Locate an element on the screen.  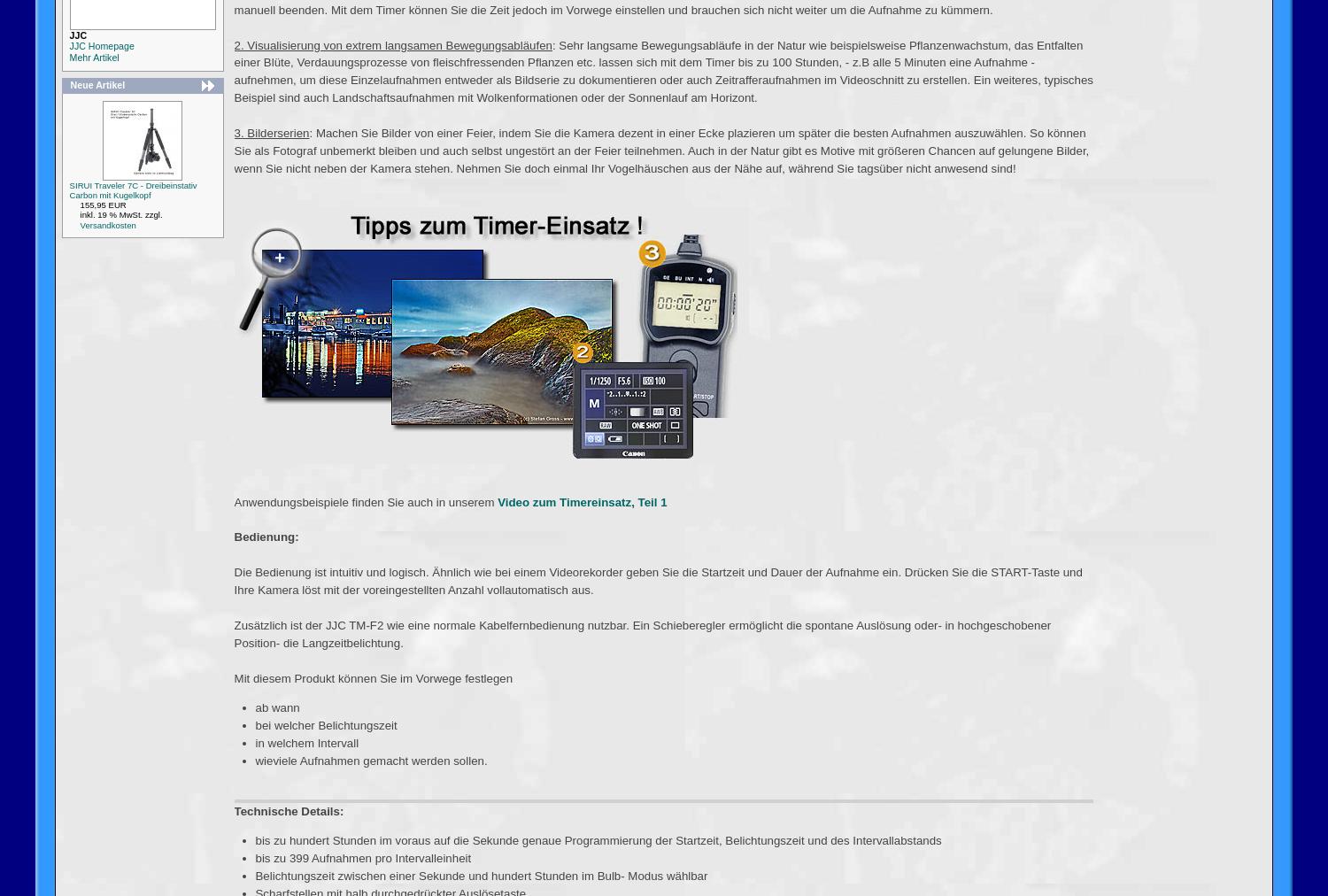
'JJC Homepage' is located at coordinates (100, 45).